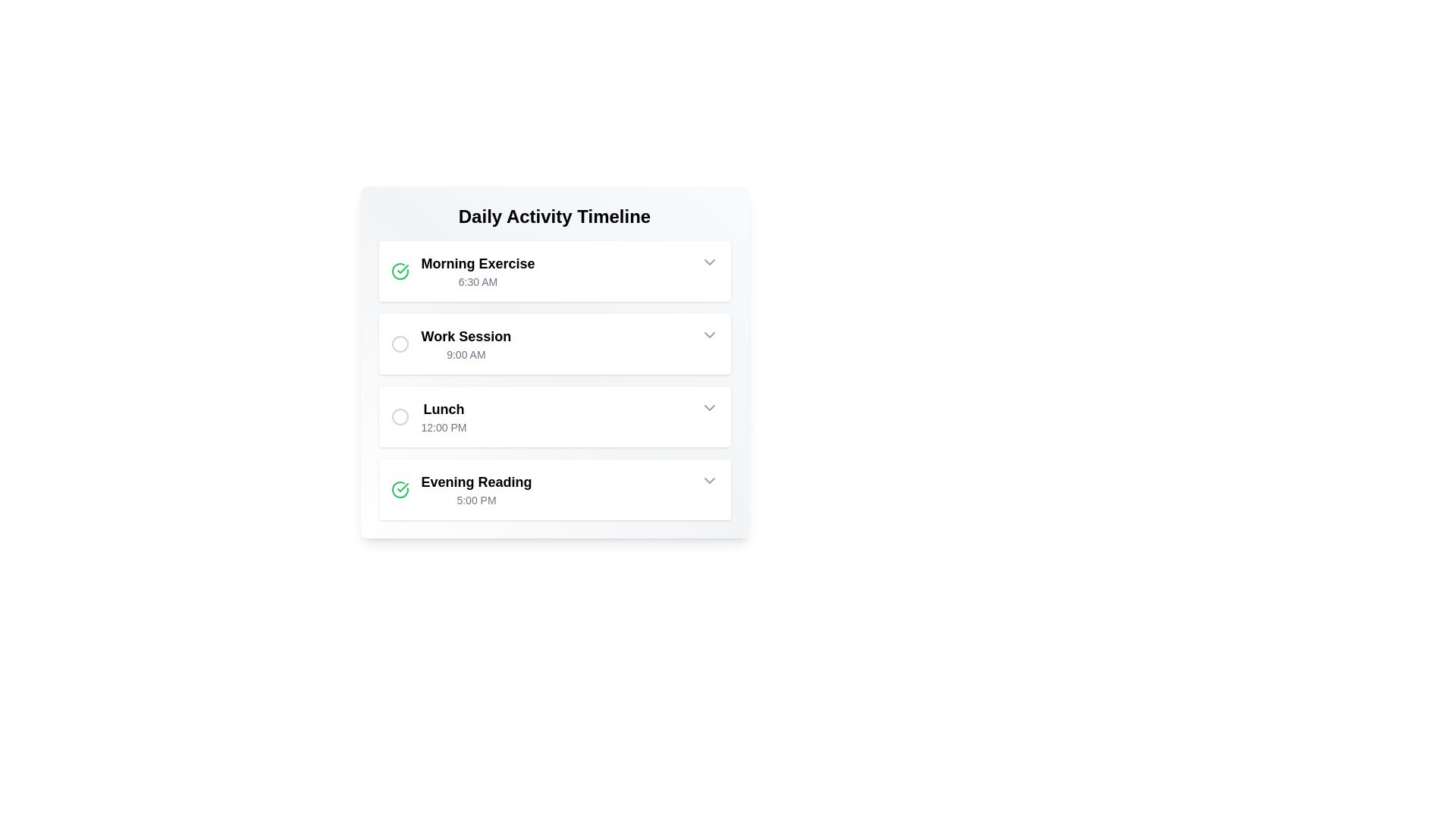  What do you see at coordinates (465, 344) in the screenshot?
I see `text of the scheduled activity 'Work Session' which occurs at 9:00 AM, positioned second in a vertical list of scheduled activities` at bounding box center [465, 344].